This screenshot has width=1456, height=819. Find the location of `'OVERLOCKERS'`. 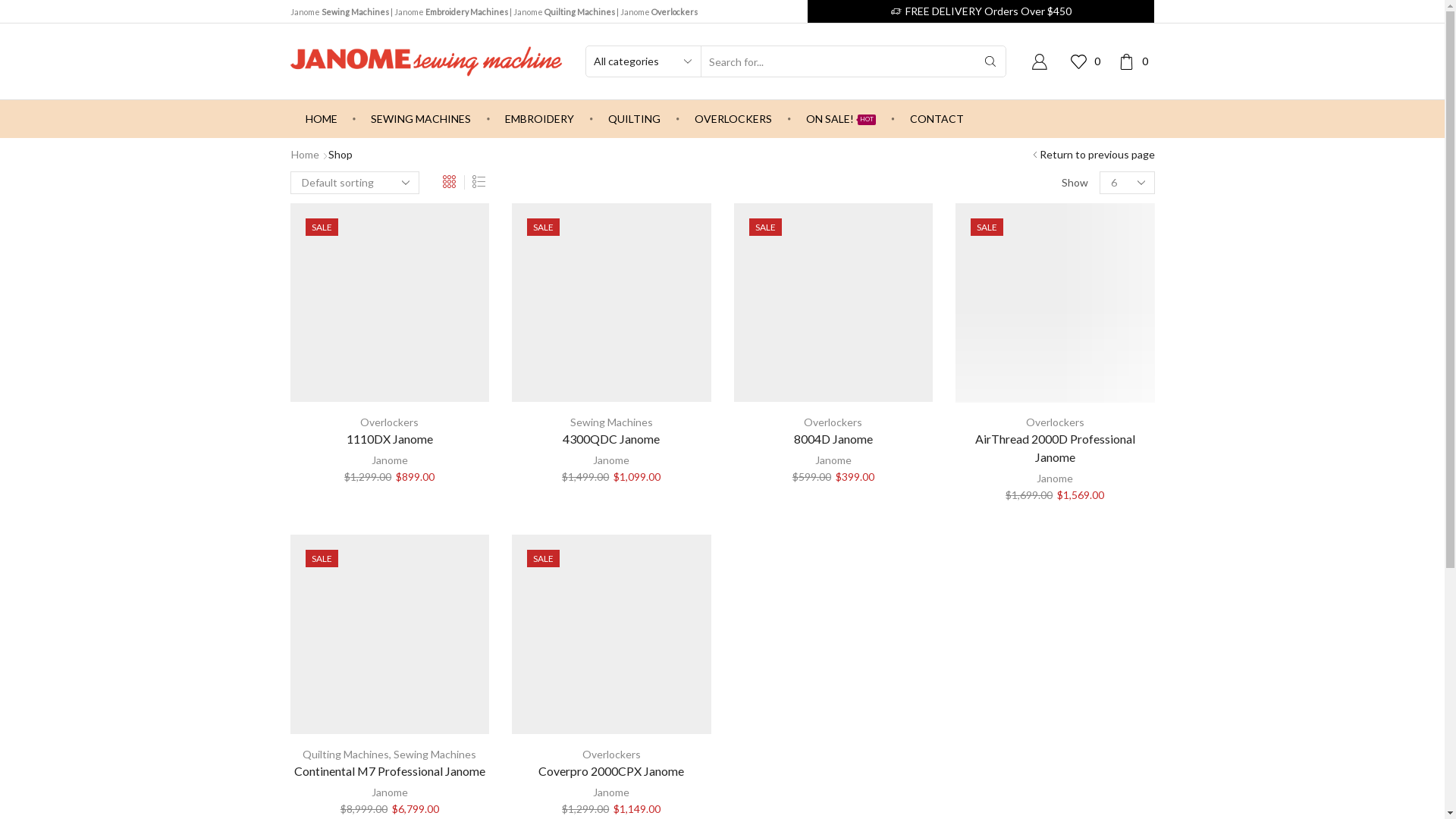

'OVERLOCKERS' is located at coordinates (733, 118).